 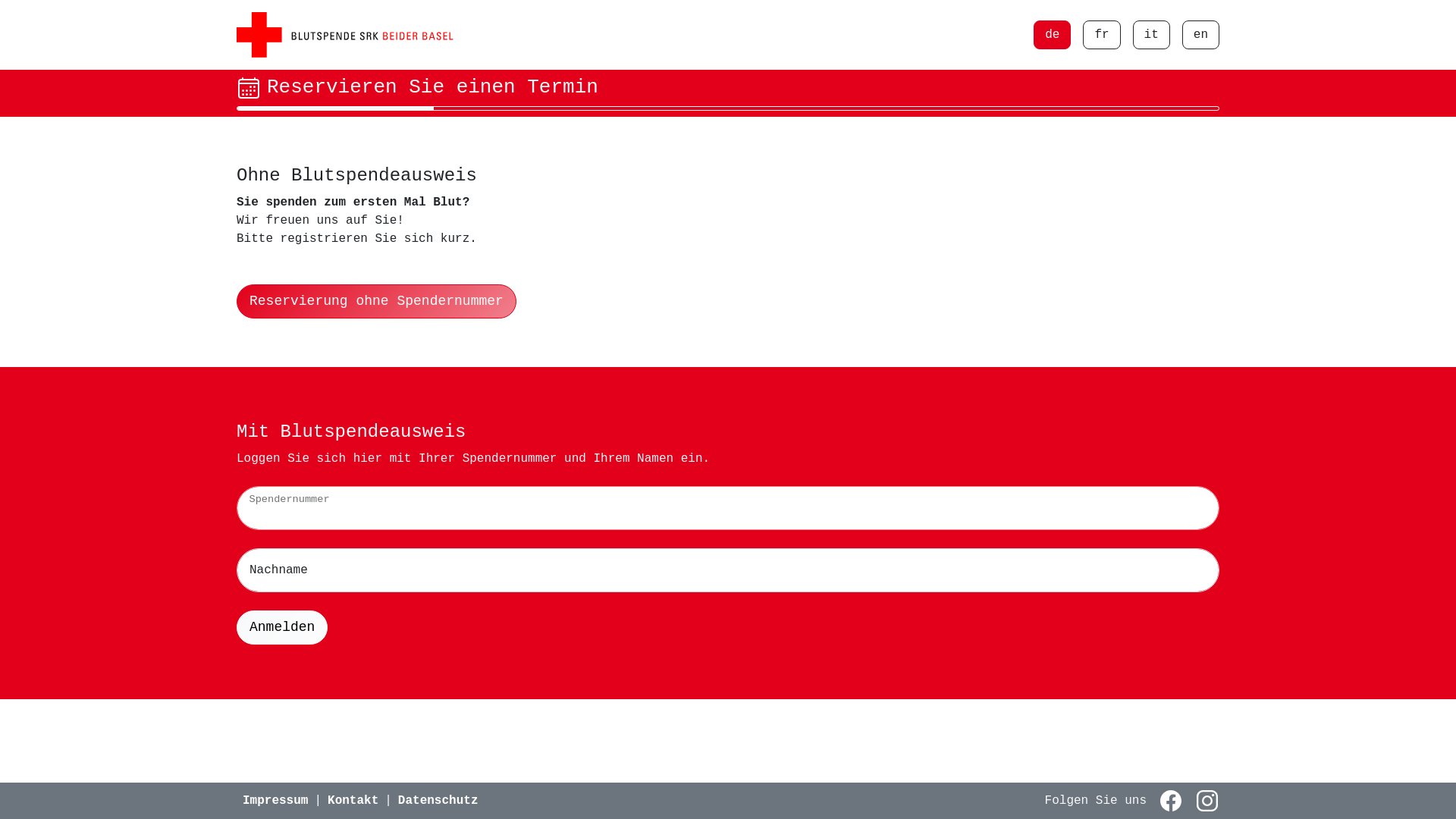 I want to click on 'Anmelden', so click(x=282, y=627).